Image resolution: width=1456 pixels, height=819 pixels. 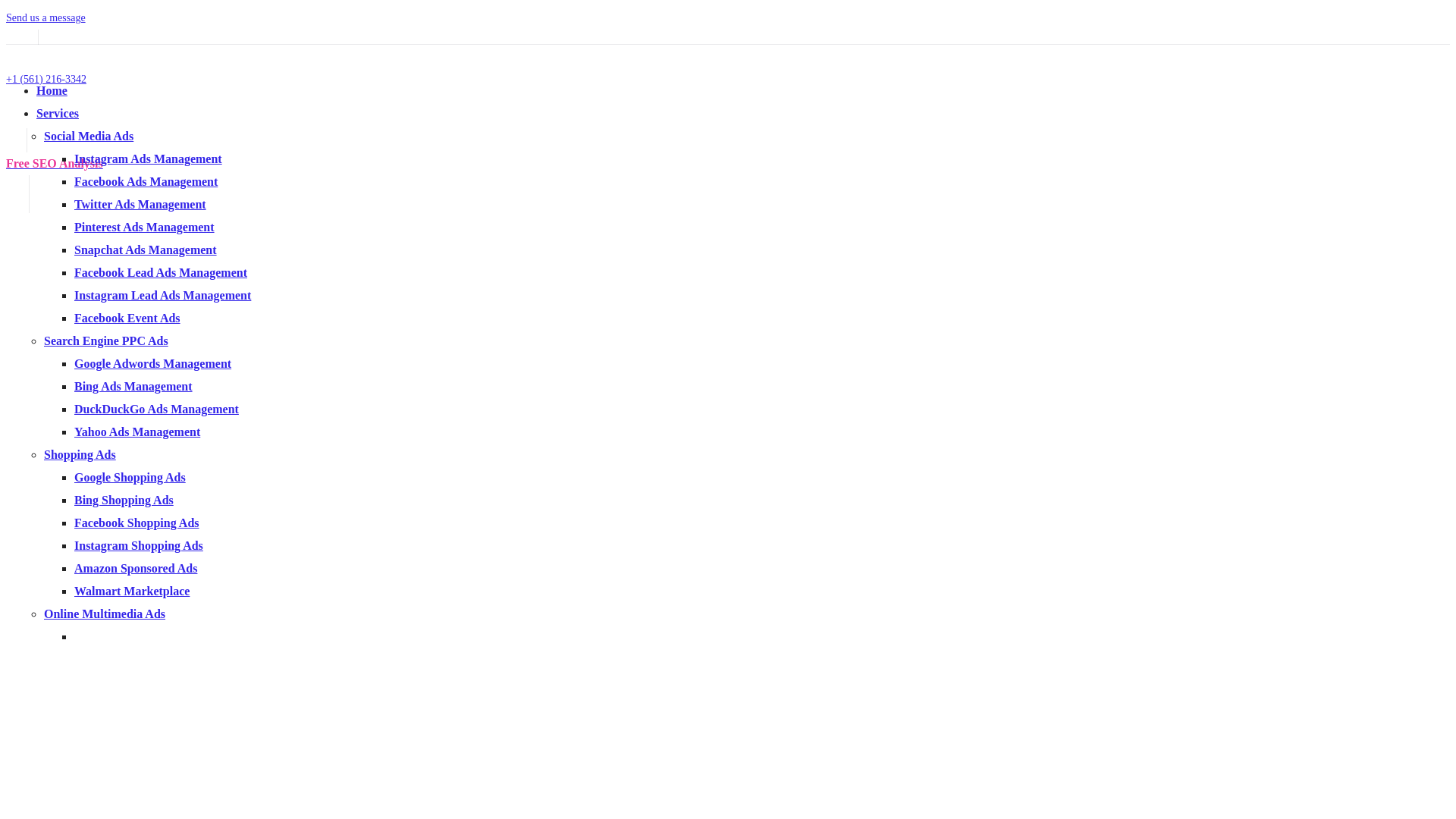 What do you see at coordinates (131, 590) in the screenshot?
I see `'Walmart Marketplace'` at bounding box center [131, 590].